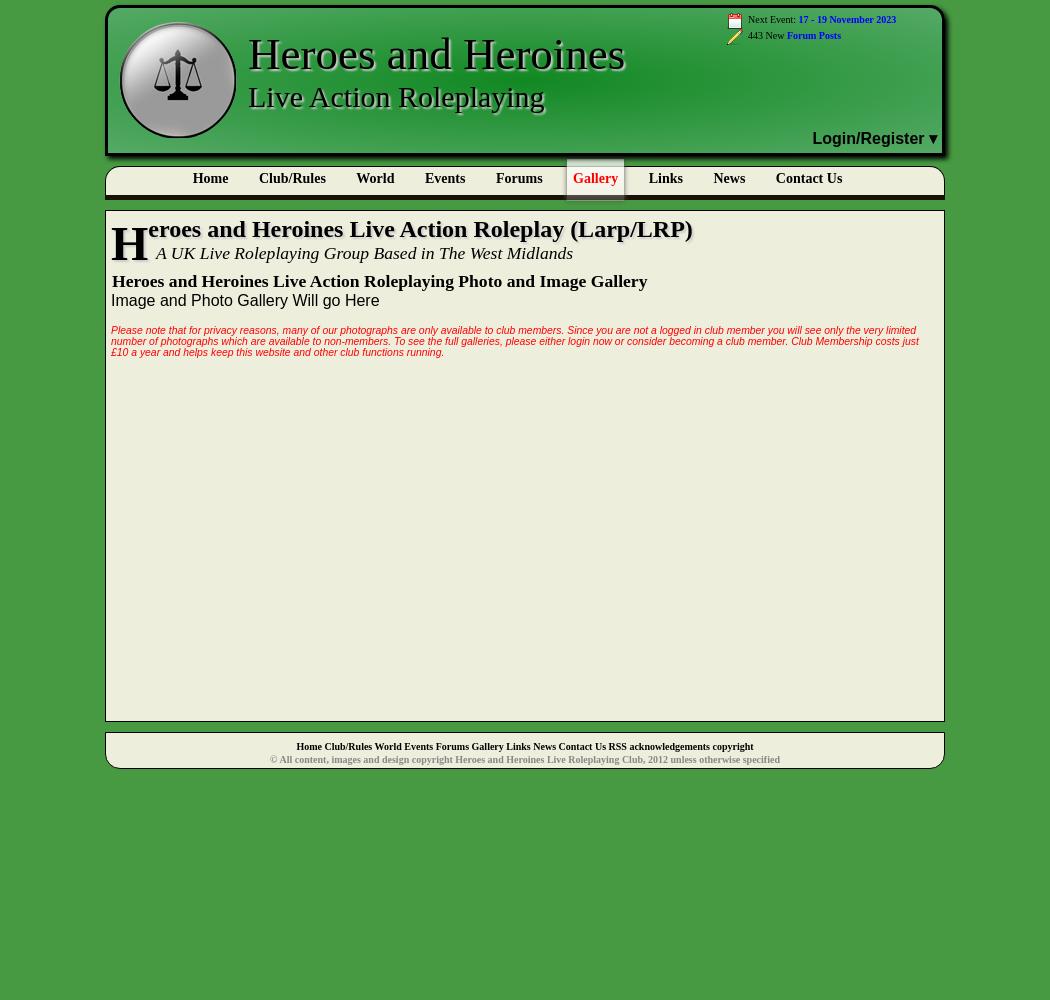 This screenshot has width=1050, height=1000. Describe the element at coordinates (156, 242) in the screenshot. I see `'Heroes'` at that location.